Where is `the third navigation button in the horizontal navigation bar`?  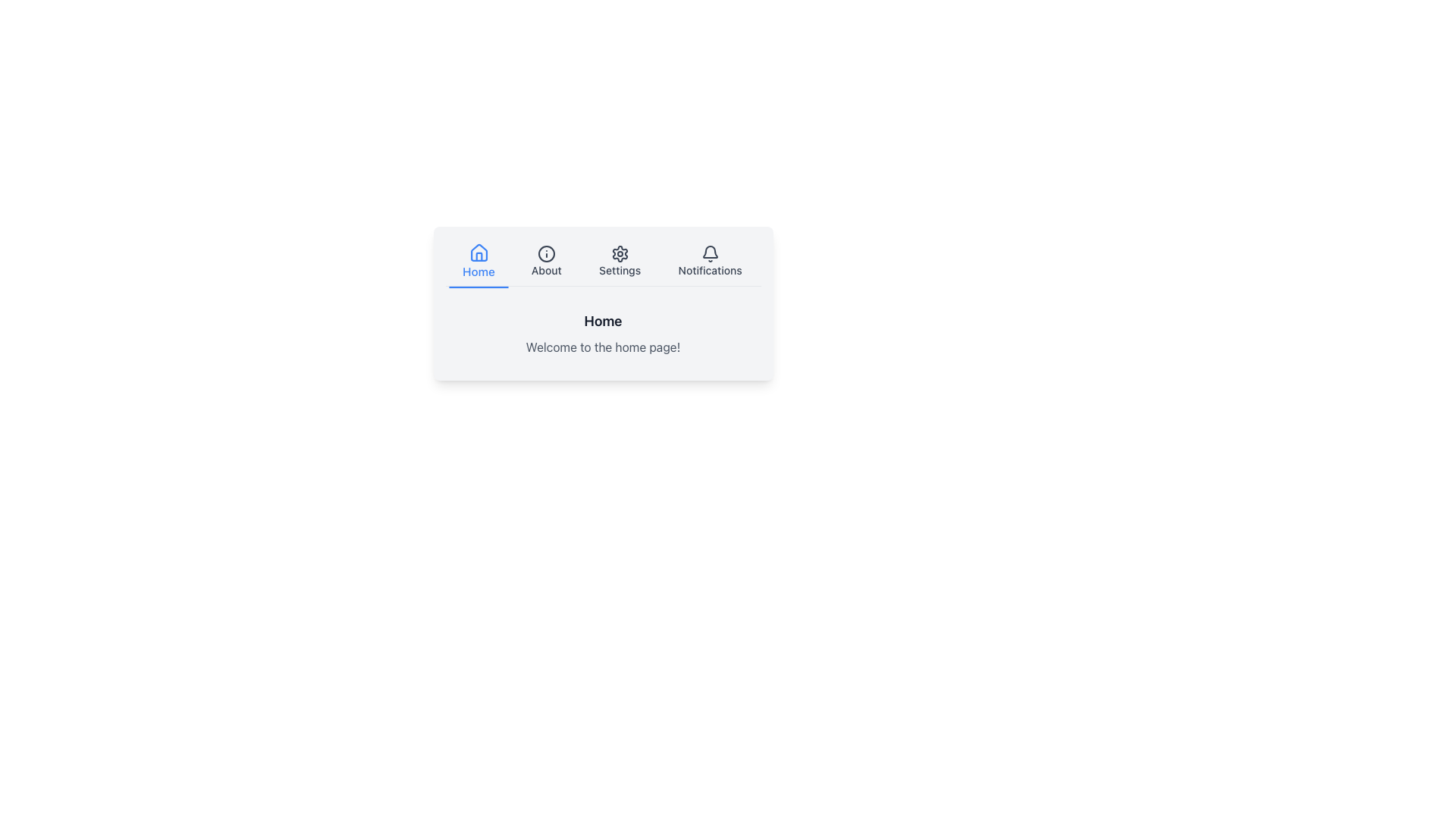
the third navigation button in the horizontal navigation bar is located at coordinates (620, 262).